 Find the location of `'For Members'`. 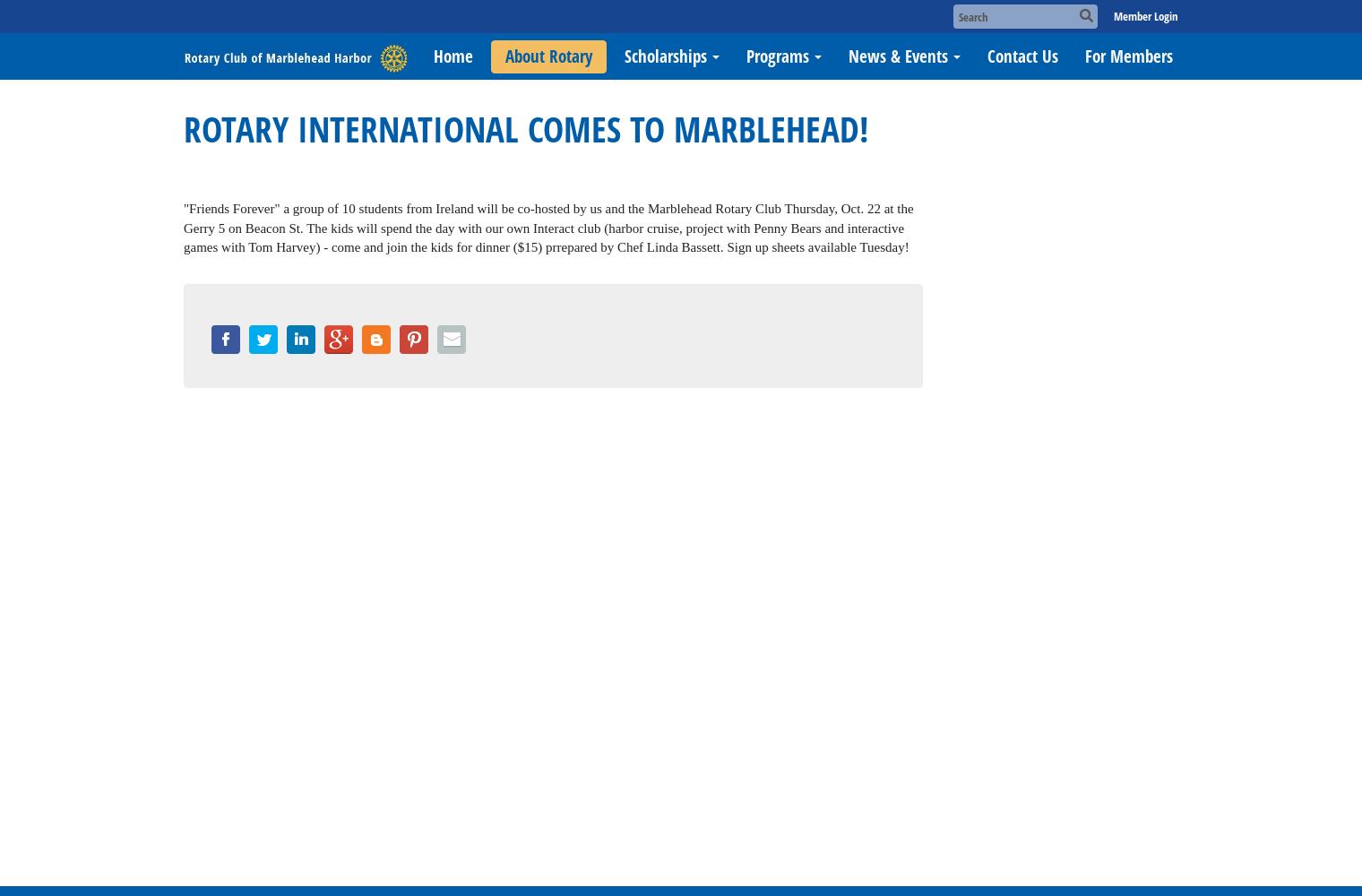

'For Members' is located at coordinates (1128, 56).